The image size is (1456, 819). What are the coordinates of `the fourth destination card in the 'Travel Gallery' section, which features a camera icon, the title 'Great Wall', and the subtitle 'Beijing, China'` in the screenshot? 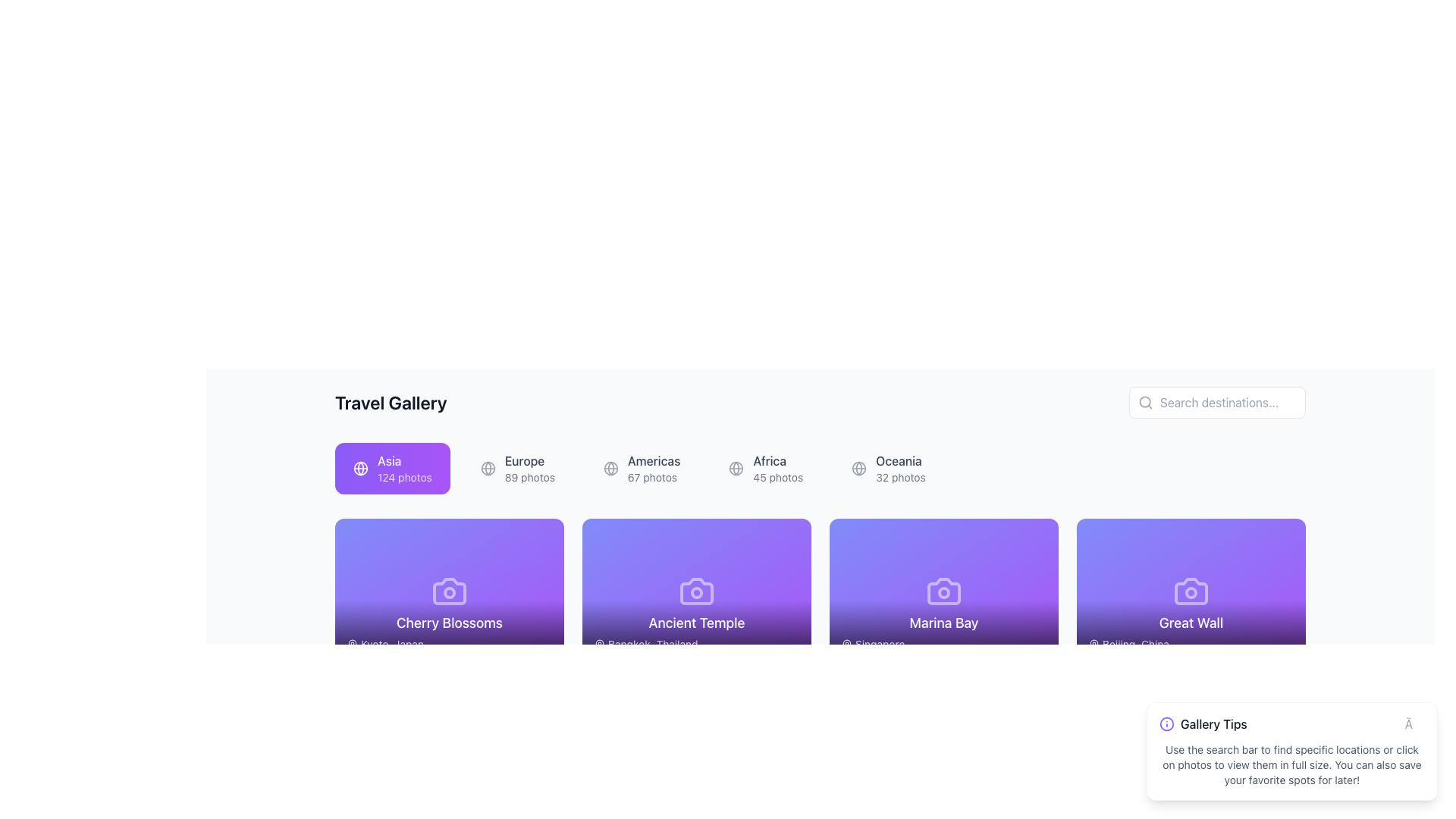 It's located at (1190, 590).